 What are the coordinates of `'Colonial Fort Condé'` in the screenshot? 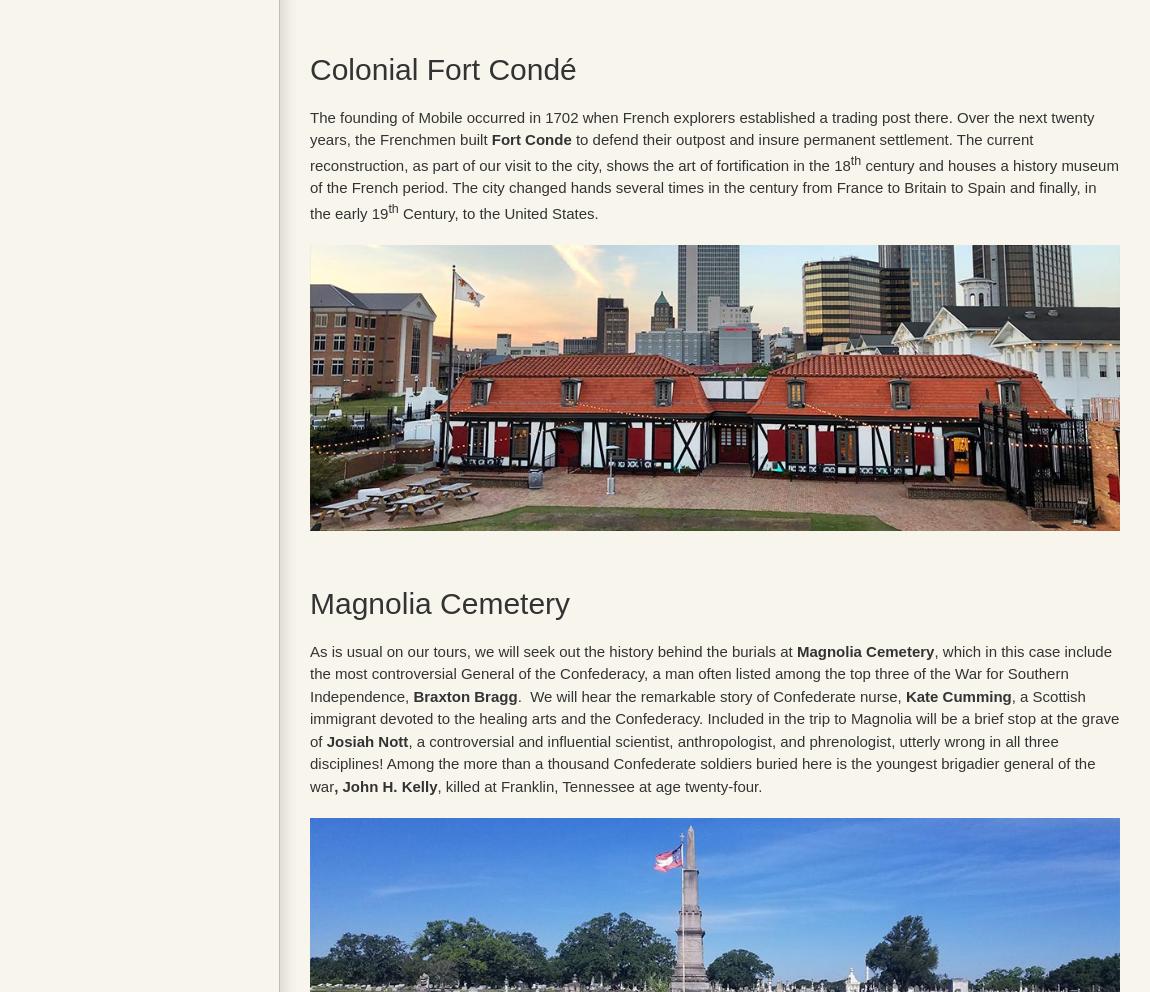 It's located at (442, 68).